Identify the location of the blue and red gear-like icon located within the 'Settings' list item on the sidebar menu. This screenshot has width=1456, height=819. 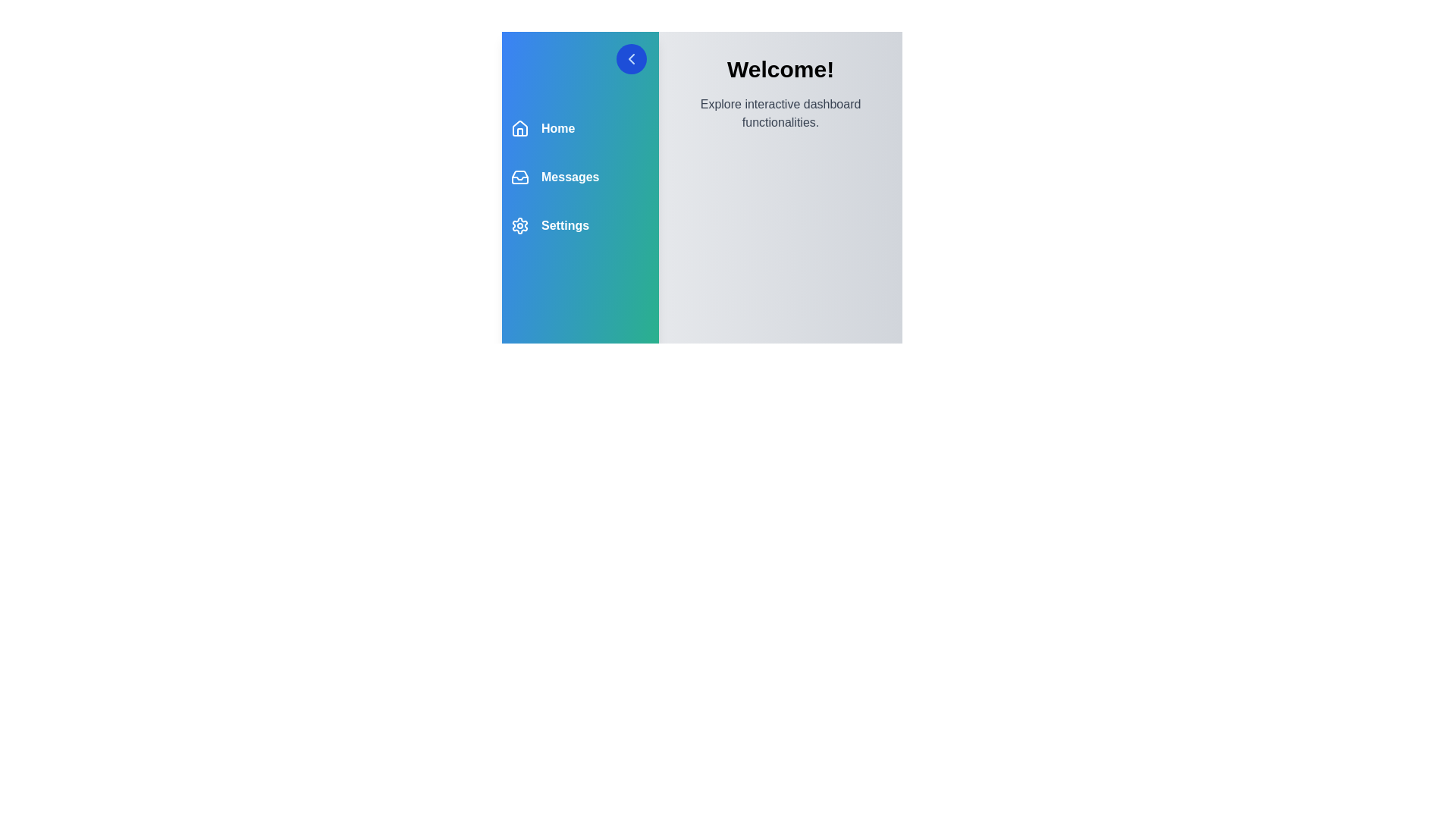
(520, 225).